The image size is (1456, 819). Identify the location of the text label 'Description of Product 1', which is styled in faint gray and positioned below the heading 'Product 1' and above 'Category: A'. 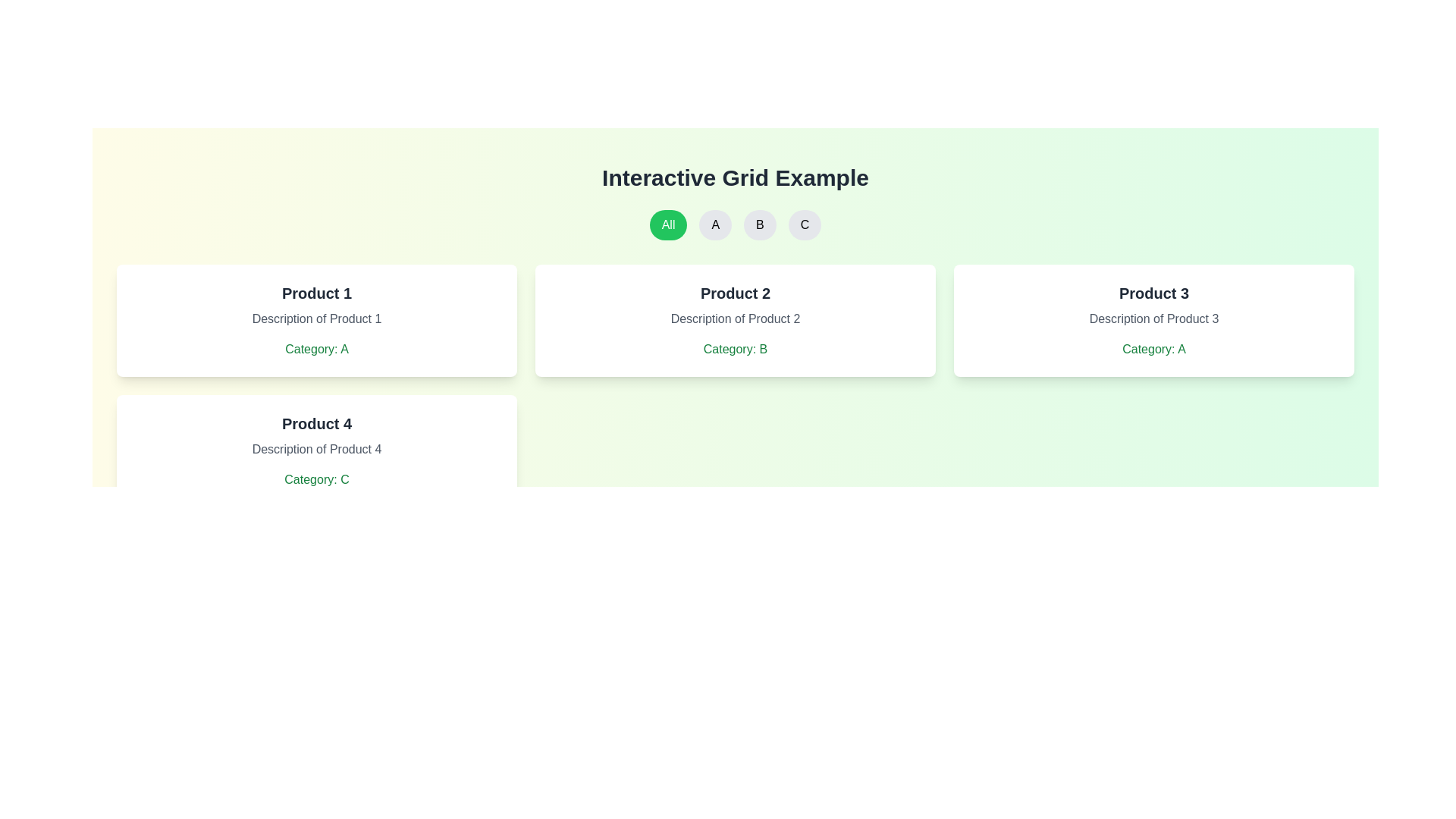
(315, 318).